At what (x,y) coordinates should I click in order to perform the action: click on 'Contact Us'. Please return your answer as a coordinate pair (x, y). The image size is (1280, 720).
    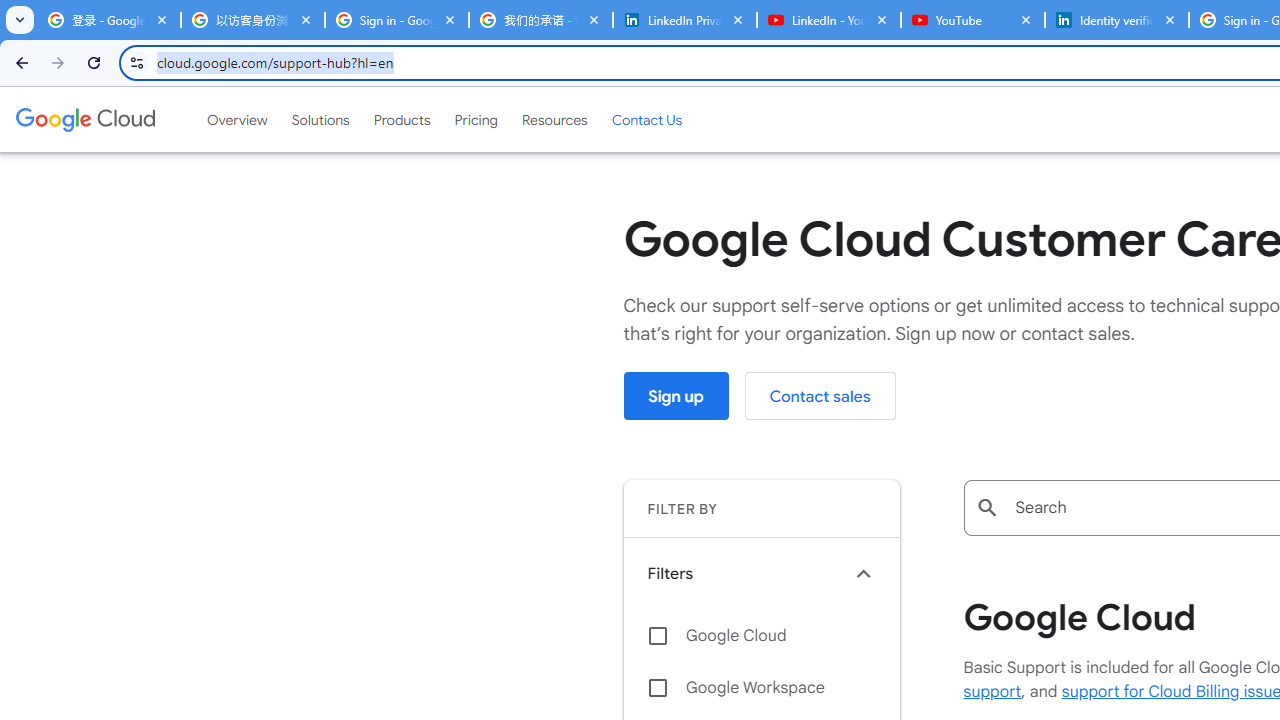
    Looking at the image, I should click on (647, 119).